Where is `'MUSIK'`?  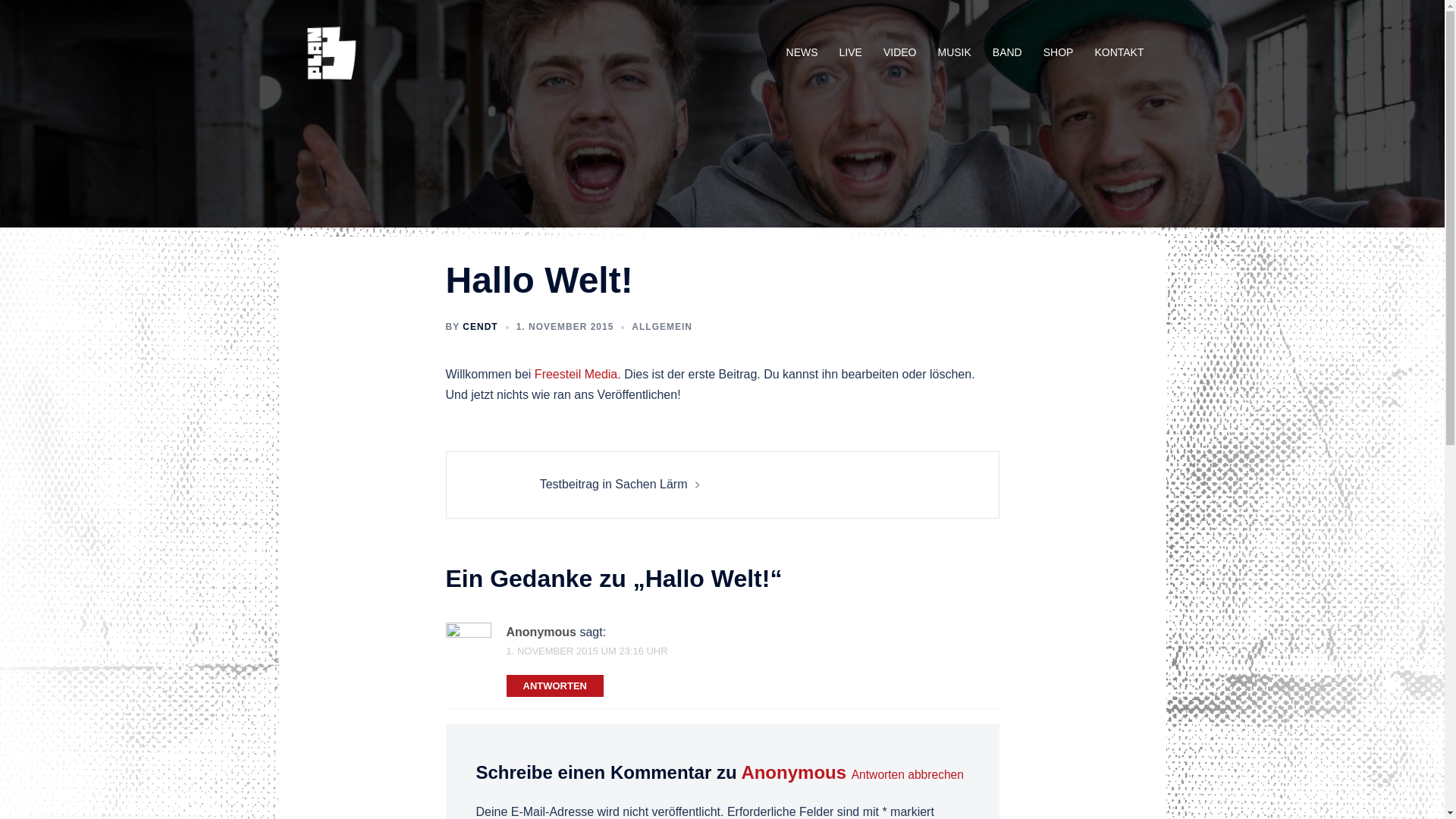
'MUSIK' is located at coordinates (952, 52).